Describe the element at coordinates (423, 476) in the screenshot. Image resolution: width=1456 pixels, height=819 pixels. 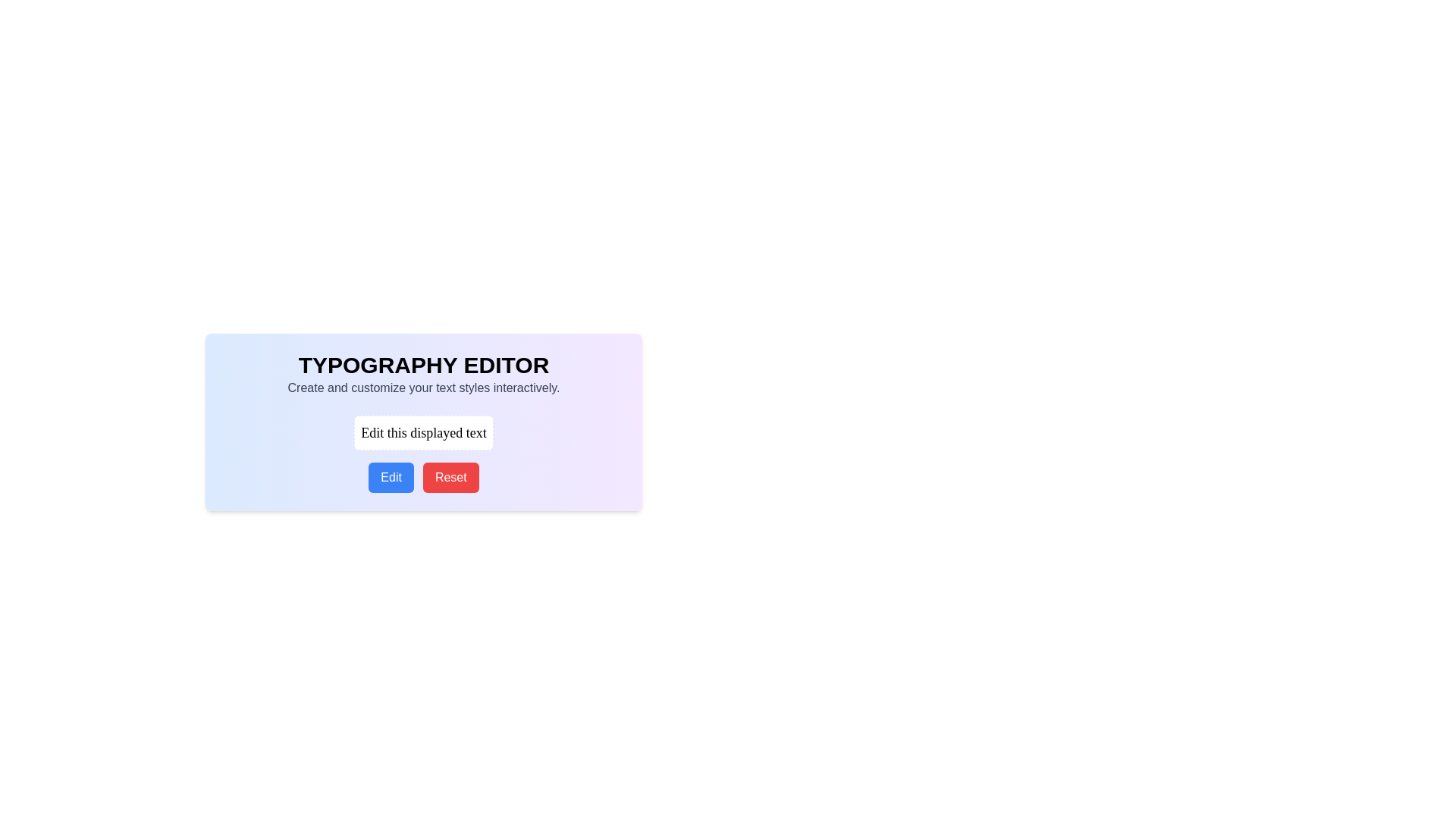
I see `the 'Reset' button, the second button in the grouped UI component with 'Edit' and 'Reset' buttons, using keyboard navigation` at that location.